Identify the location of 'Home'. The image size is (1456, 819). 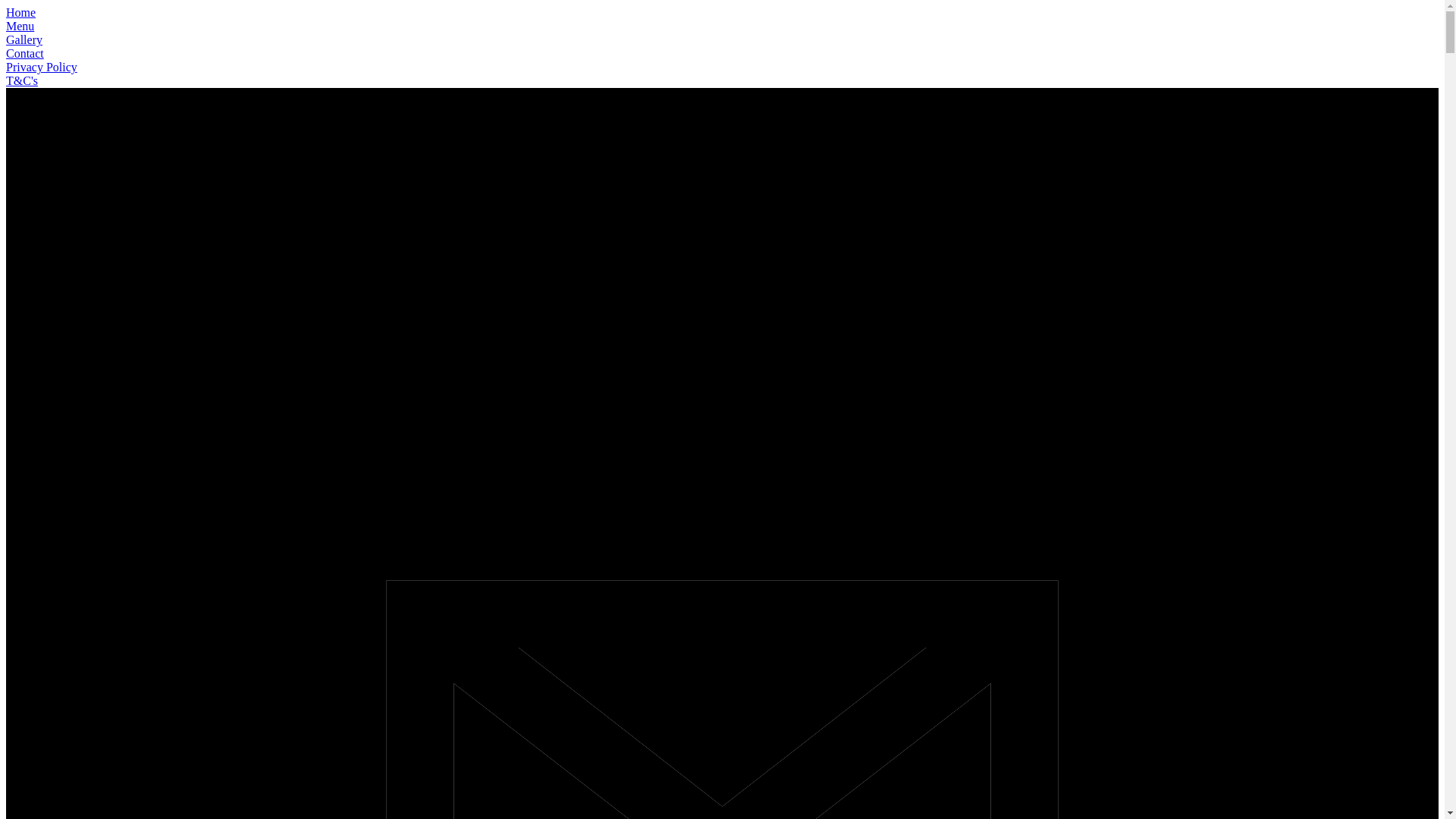
(20, 12).